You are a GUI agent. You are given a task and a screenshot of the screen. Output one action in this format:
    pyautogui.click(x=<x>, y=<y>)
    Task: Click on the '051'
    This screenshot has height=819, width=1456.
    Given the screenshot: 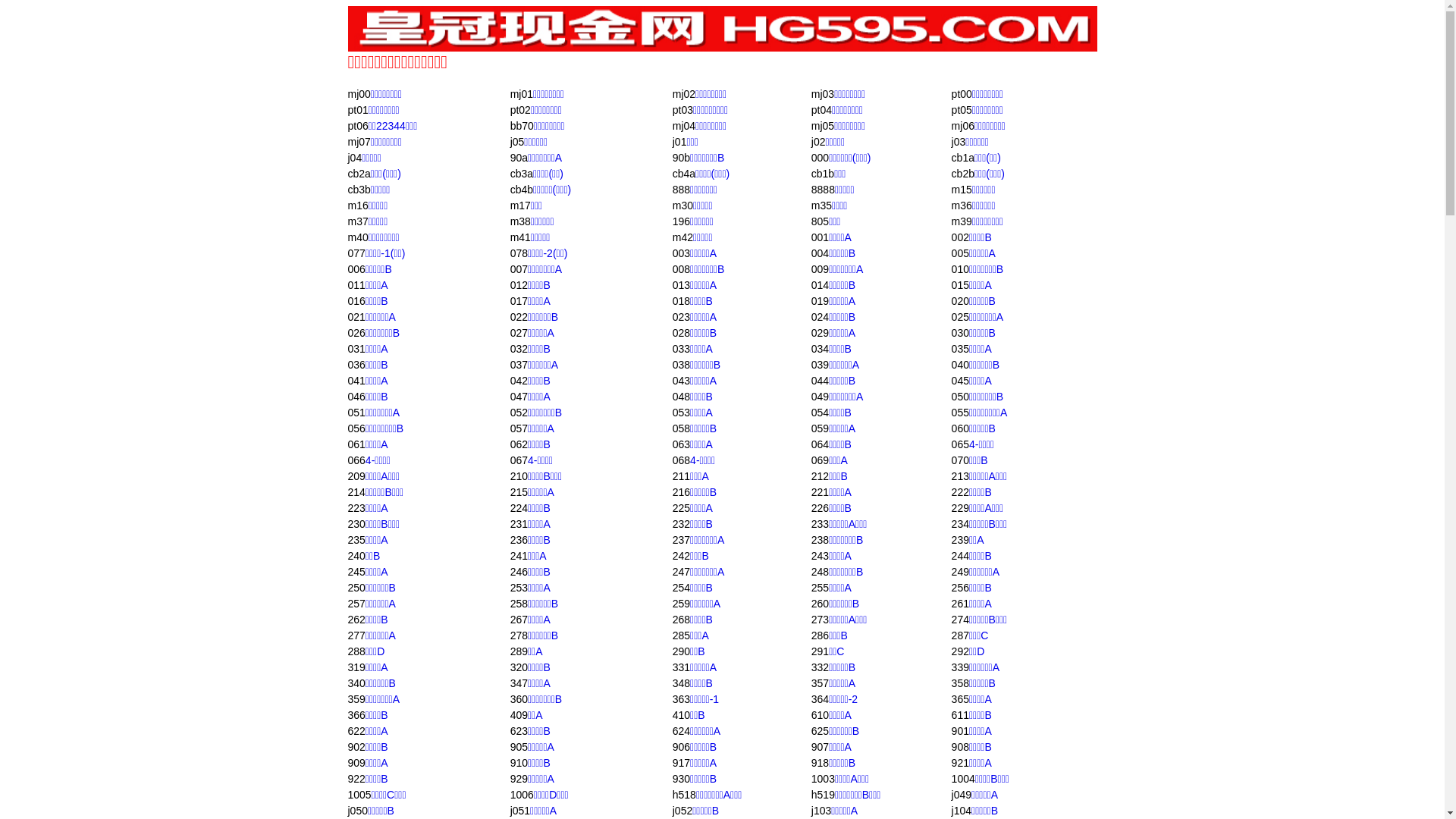 What is the action you would take?
    pyautogui.click(x=355, y=412)
    